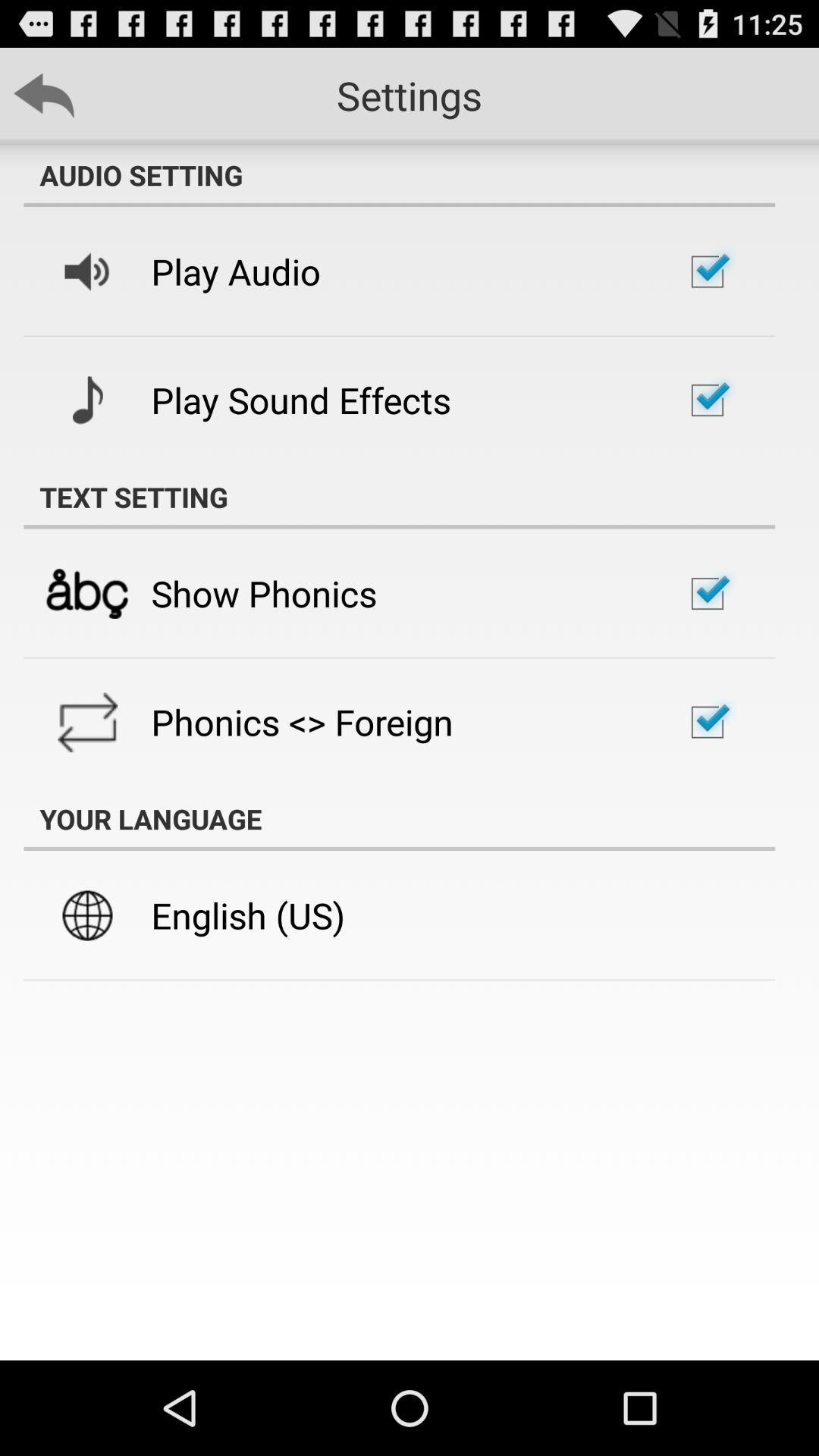 This screenshot has width=819, height=1456. What do you see at coordinates (247, 915) in the screenshot?
I see `english (us) app` at bounding box center [247, 915].